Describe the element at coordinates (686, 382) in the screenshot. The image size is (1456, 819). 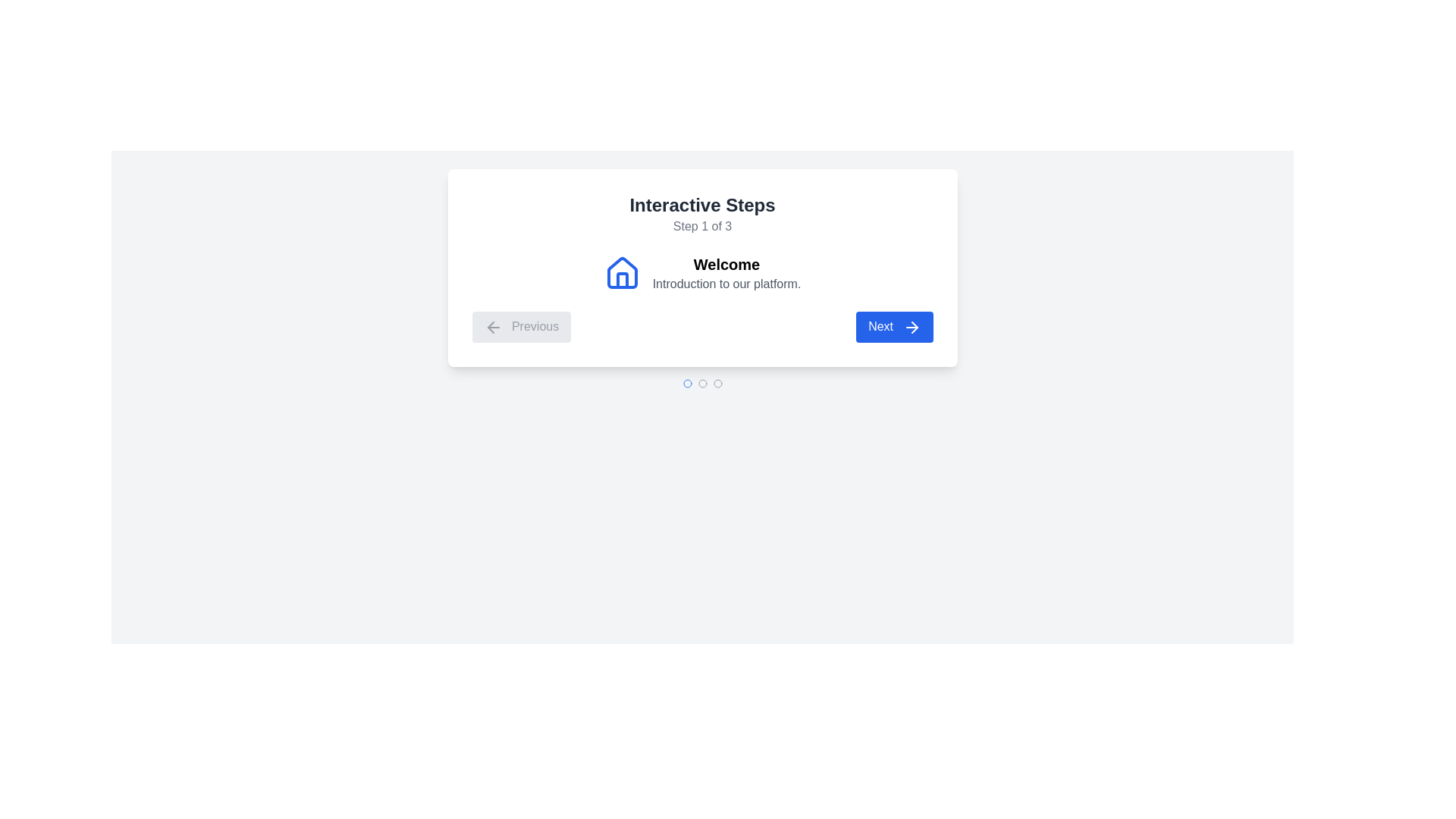
I see `the first circular progress indicator dot with a blue border located below the 'Interactive Steps' section` at that location.